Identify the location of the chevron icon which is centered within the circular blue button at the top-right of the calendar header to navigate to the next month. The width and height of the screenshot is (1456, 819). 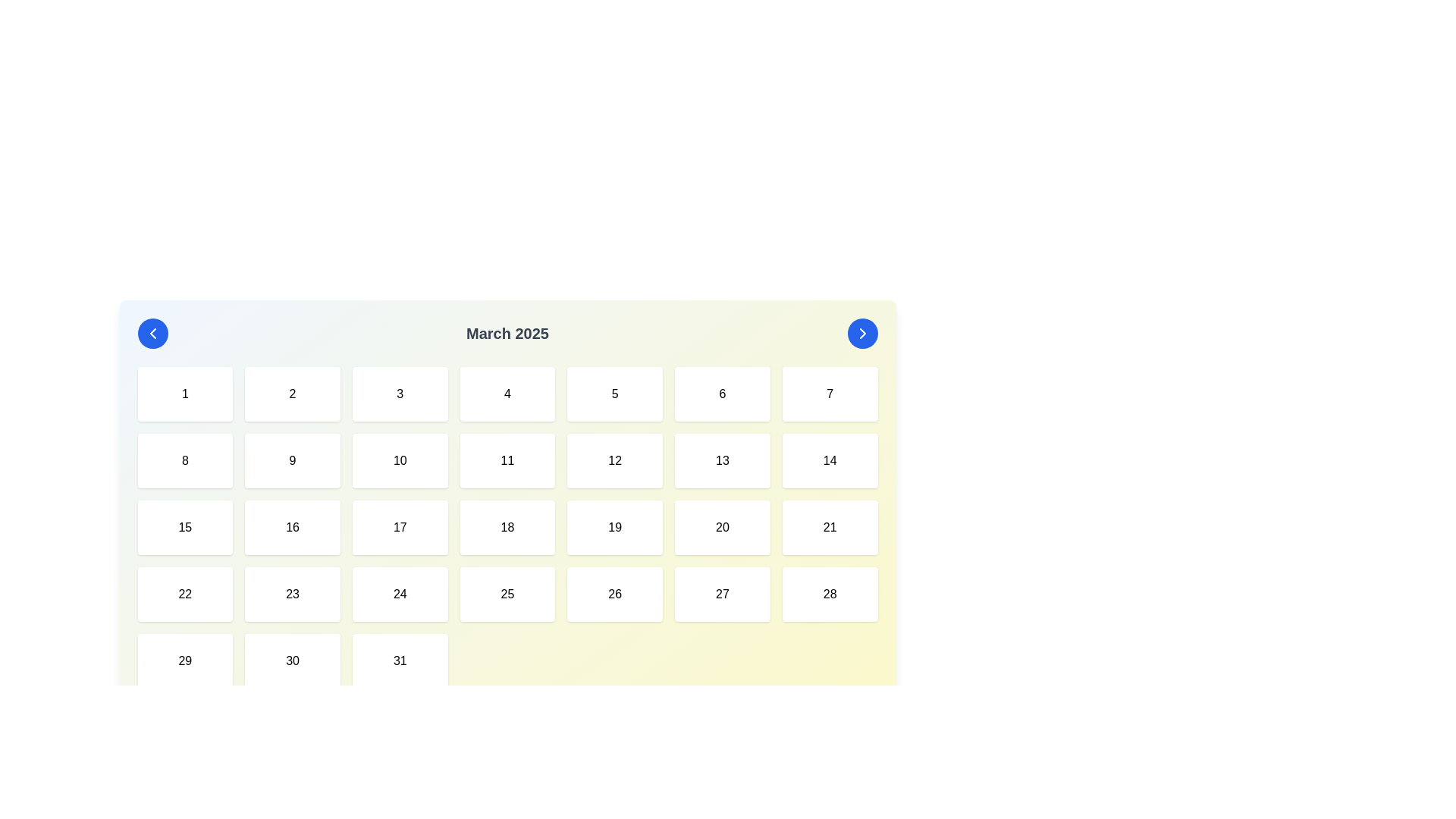
(862, 332).